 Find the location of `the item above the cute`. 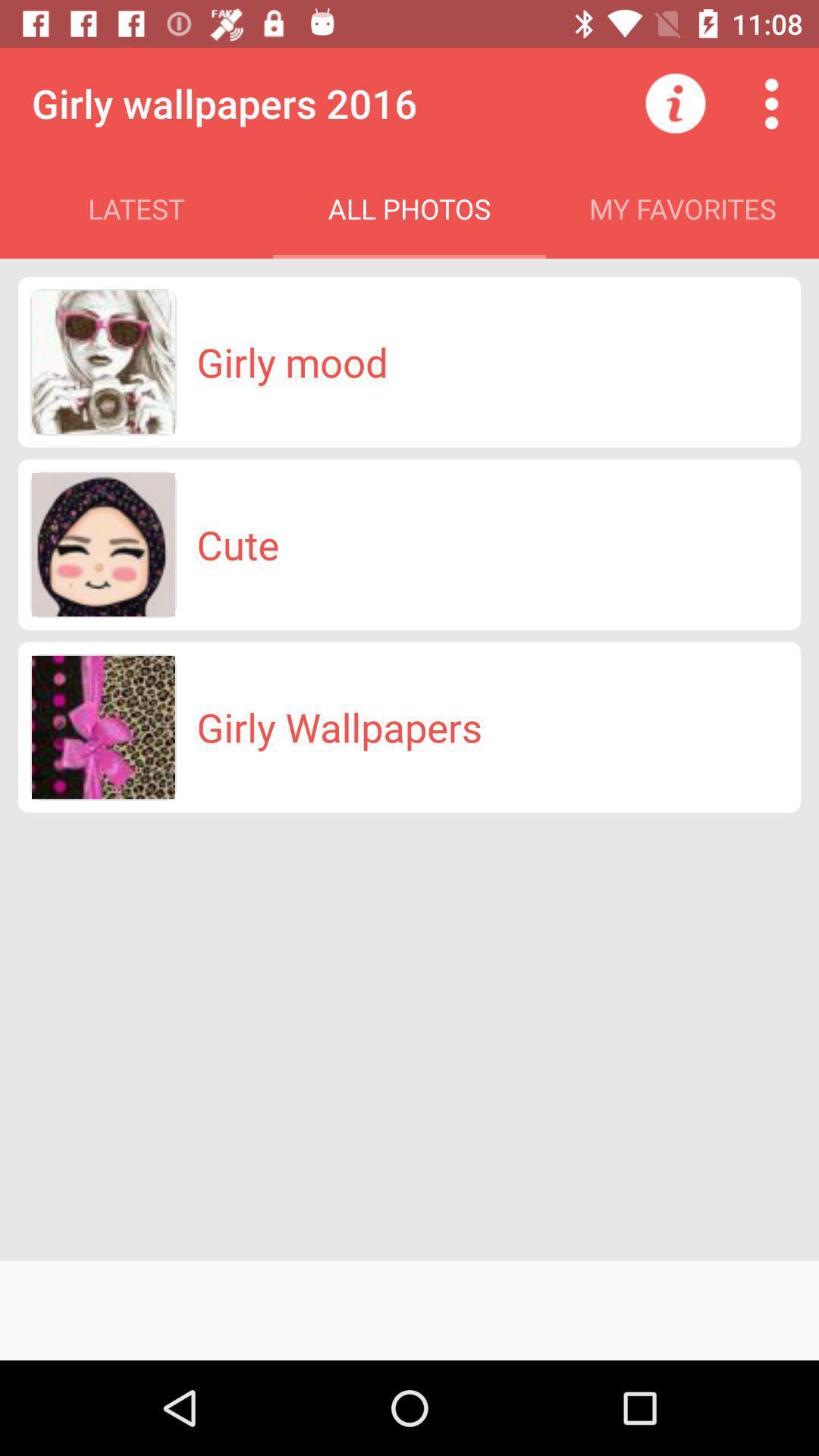

the item above the cute is located at coordinates (292, 361).